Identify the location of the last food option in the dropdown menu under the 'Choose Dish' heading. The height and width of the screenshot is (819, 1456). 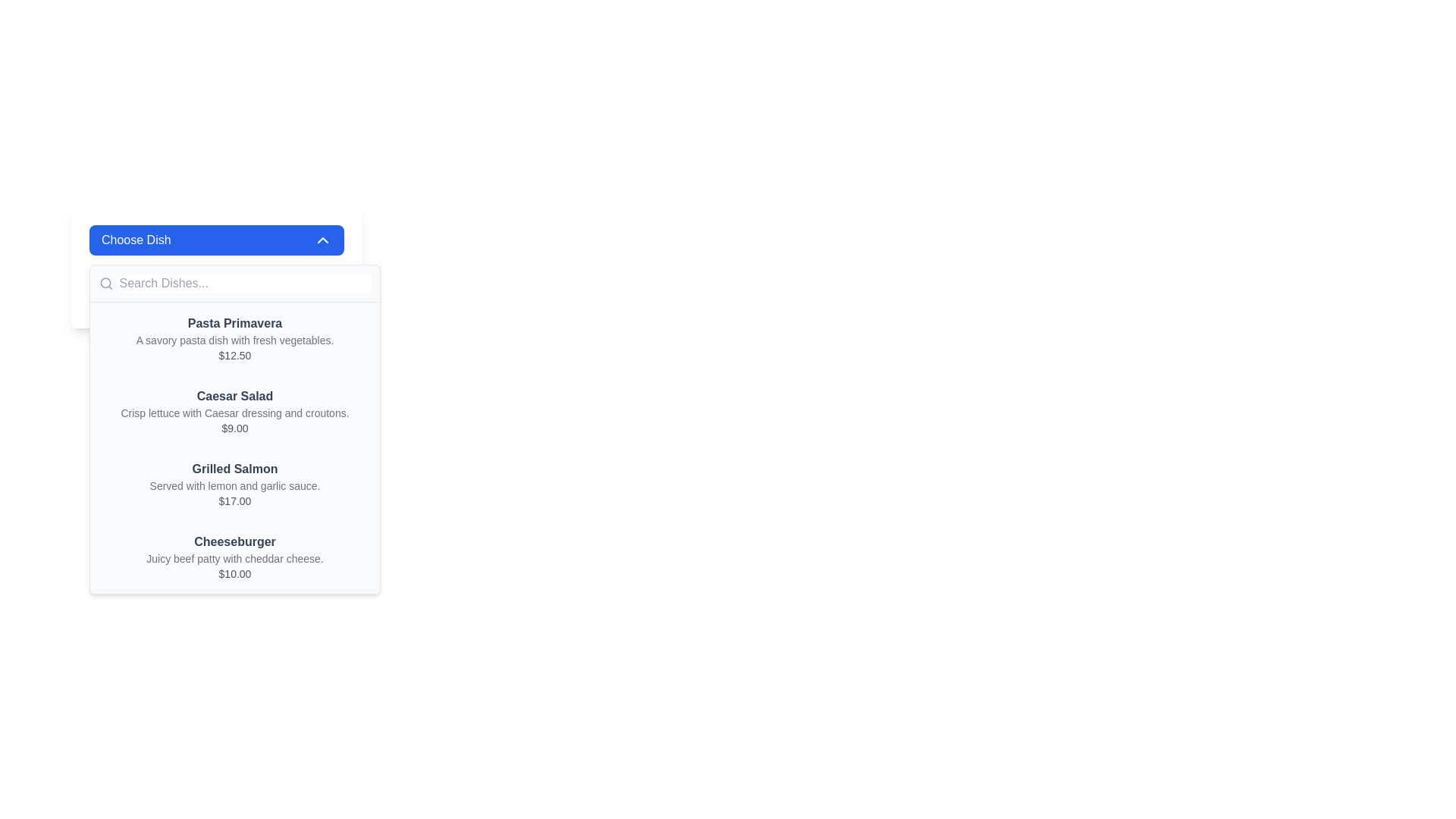
(234, 557).